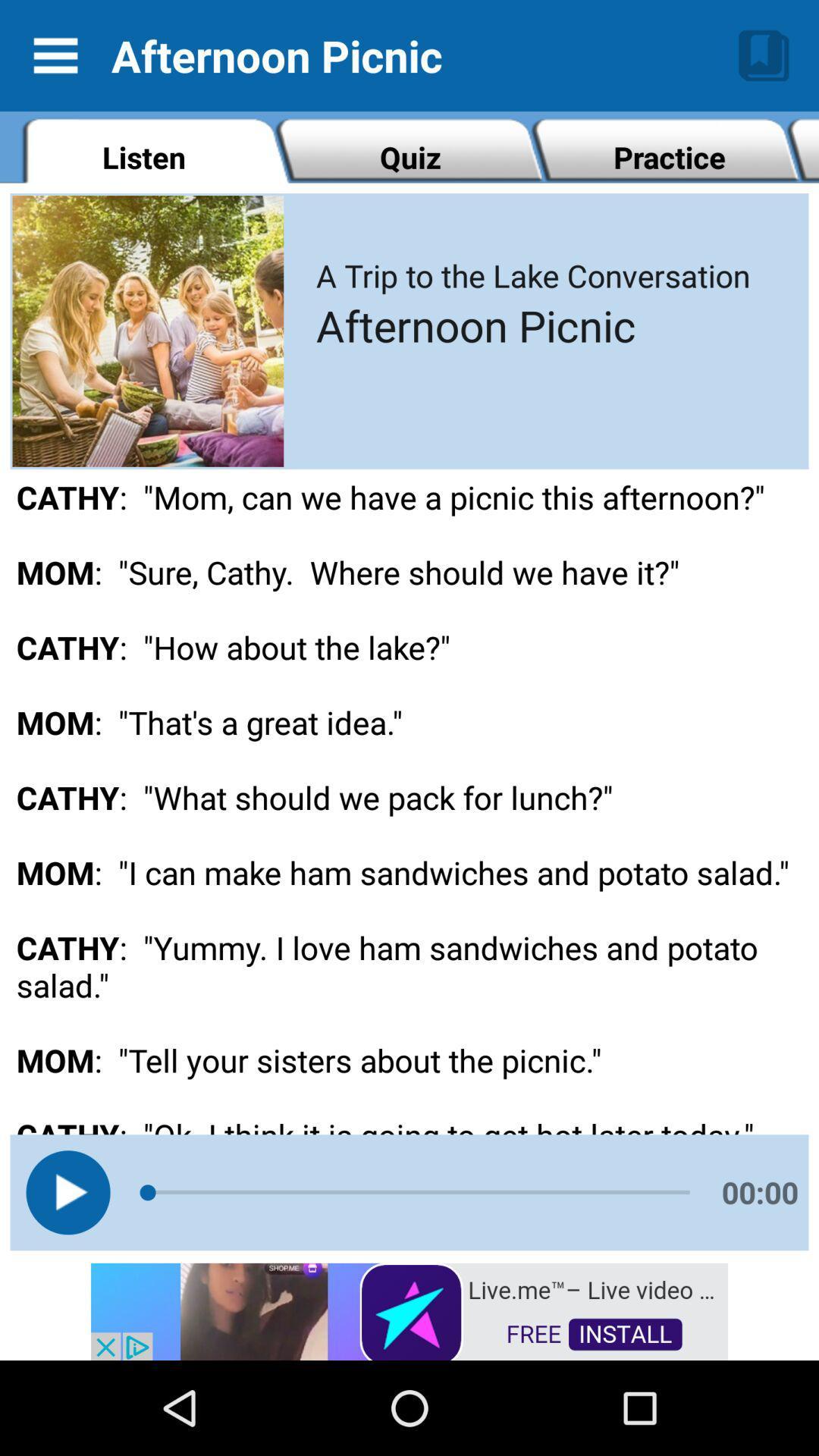 This screenshot has width=819, height=1456. I want to click on advert, so click(409, 1310).